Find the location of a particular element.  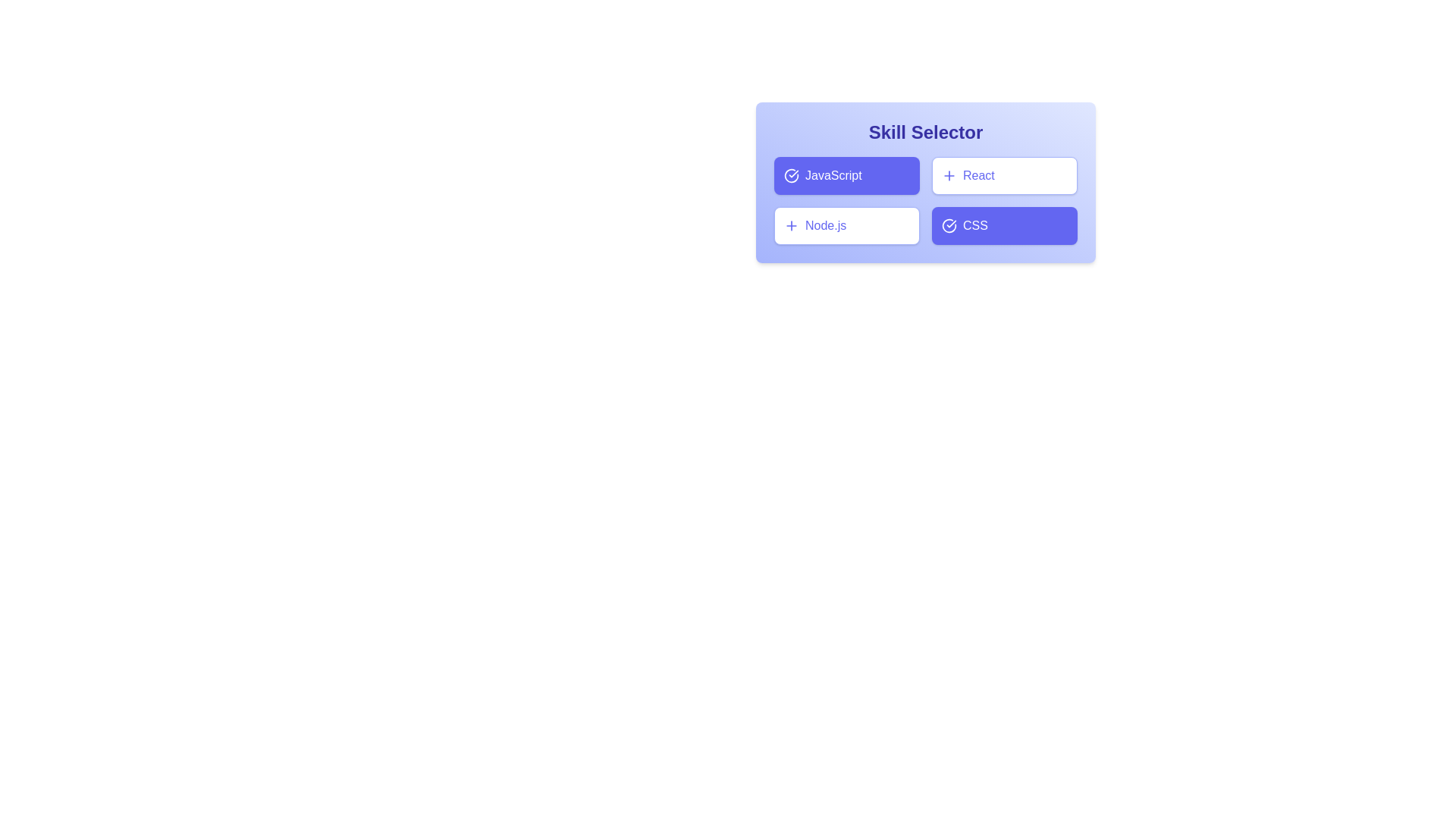

the skill card for CSS is located at coordinates (1004, 225).